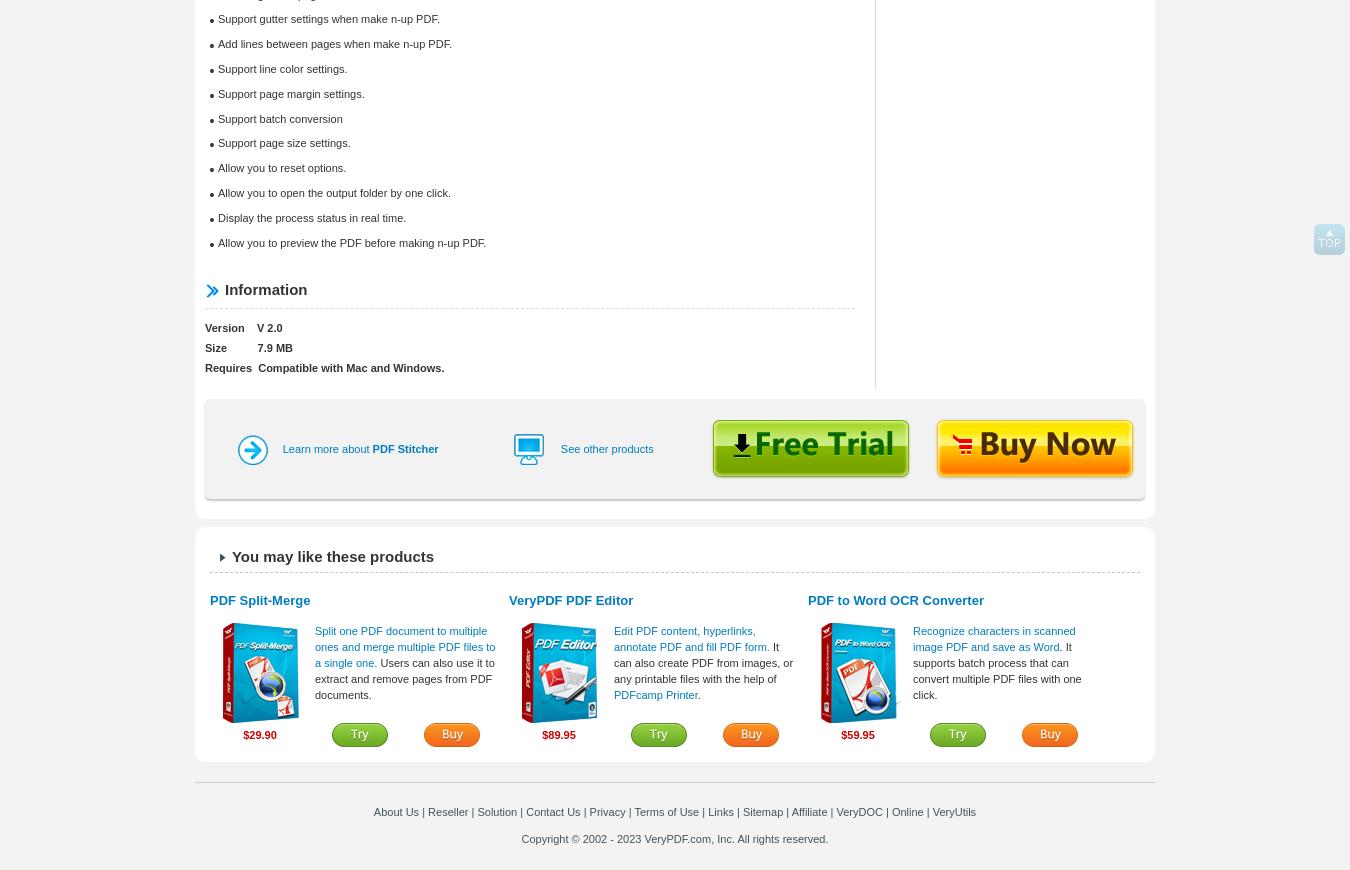 The image size is (1350, 870). Describe the element at coordinates (286, 142) in the screenshot. I see `'Support page size settings.'` at that location.